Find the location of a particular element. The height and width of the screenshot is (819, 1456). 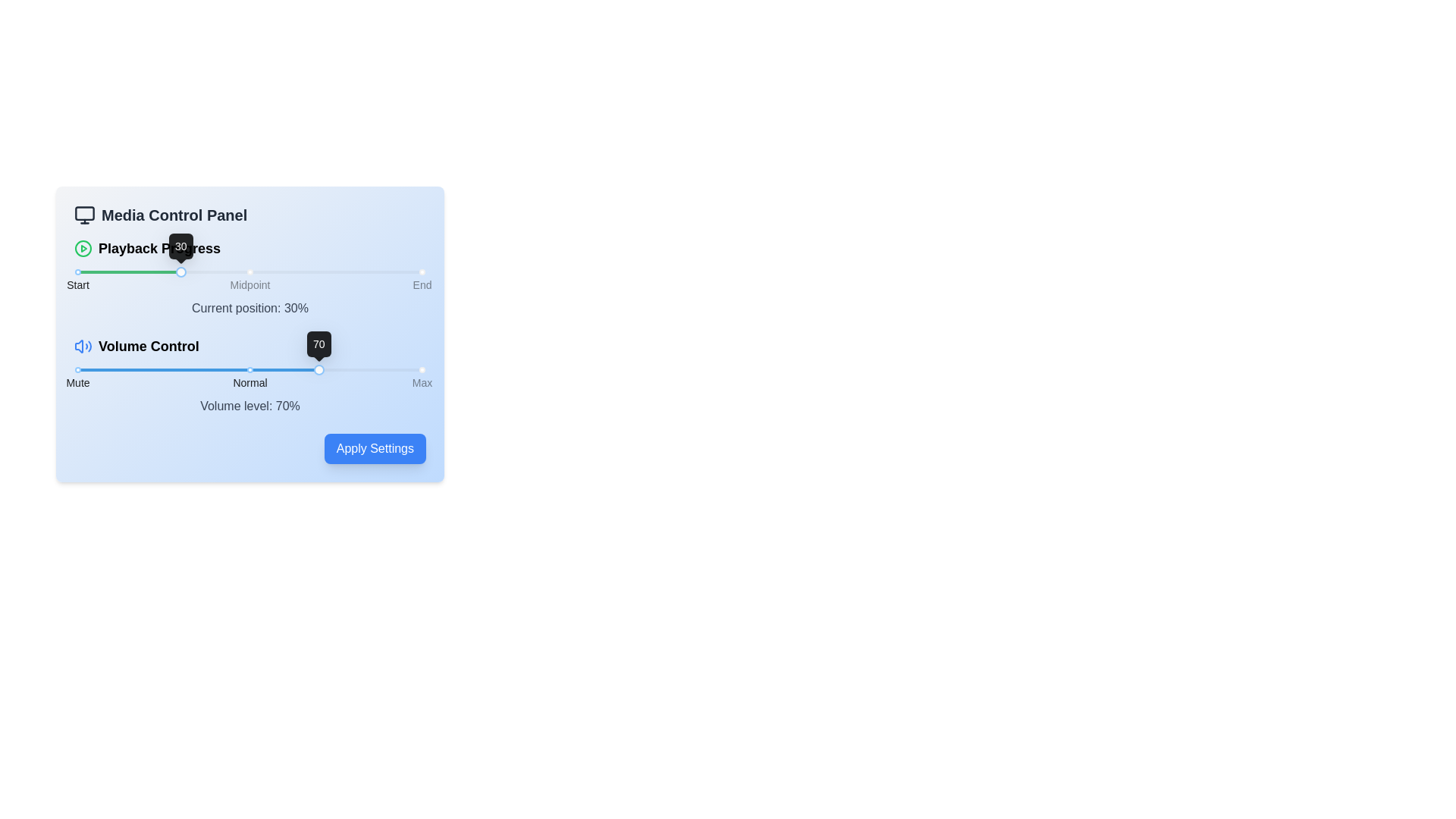

the playback position is located at coordinates (153, 271).